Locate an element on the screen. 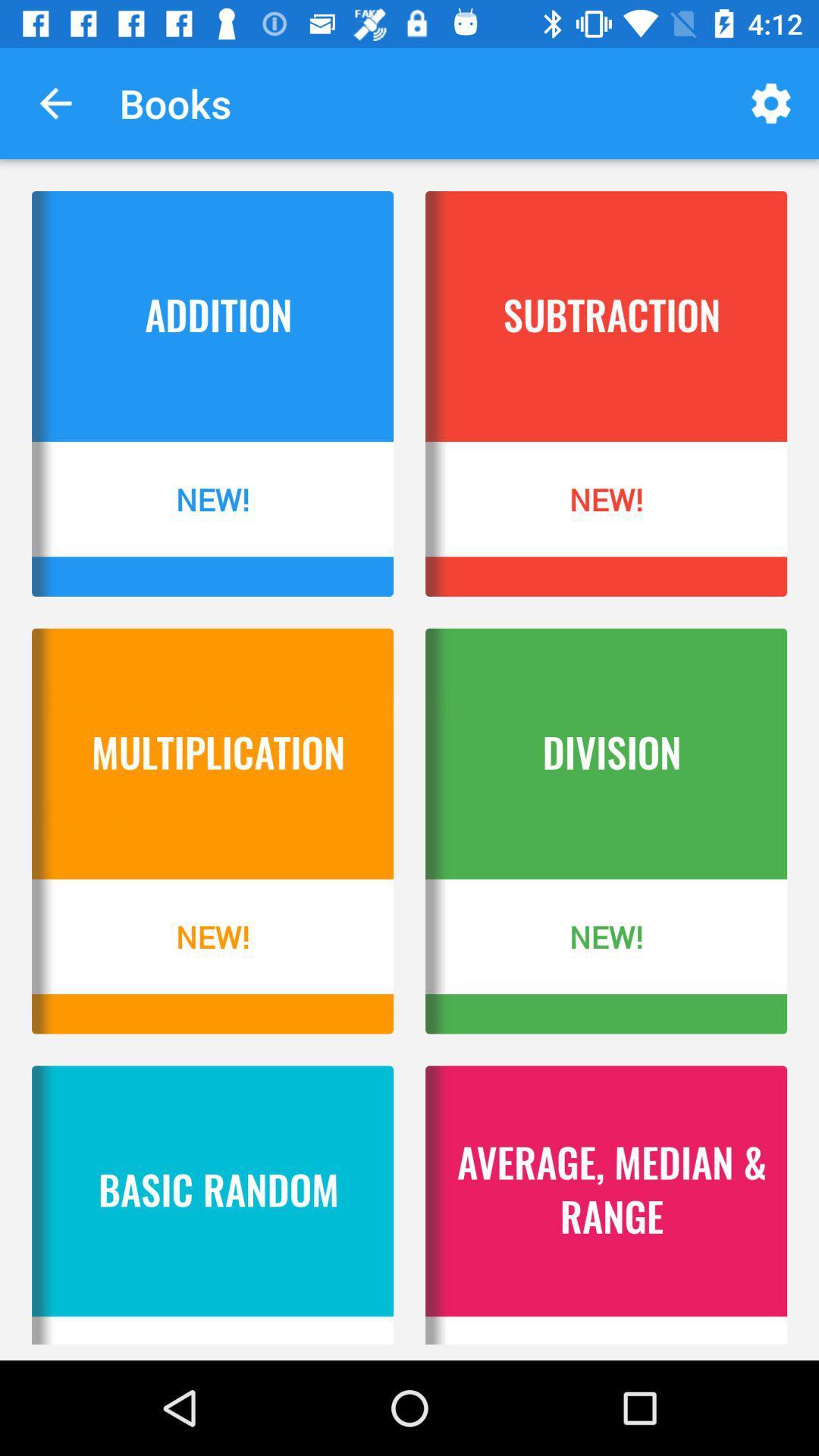  item above subtraction icon is located at coordinates (771, 102).